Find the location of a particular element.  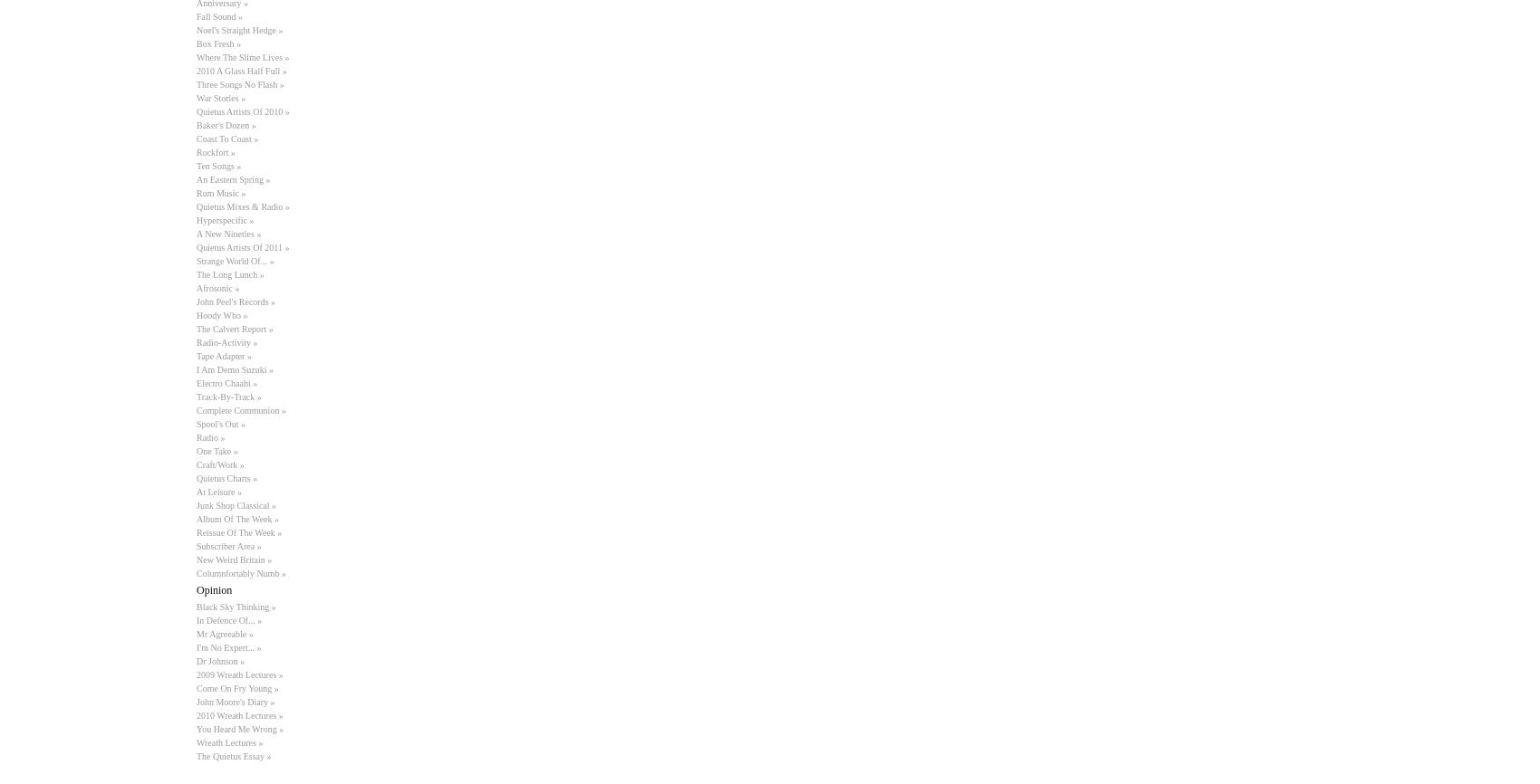

'Quietus Charts »' is located at coordinates (226, 478).